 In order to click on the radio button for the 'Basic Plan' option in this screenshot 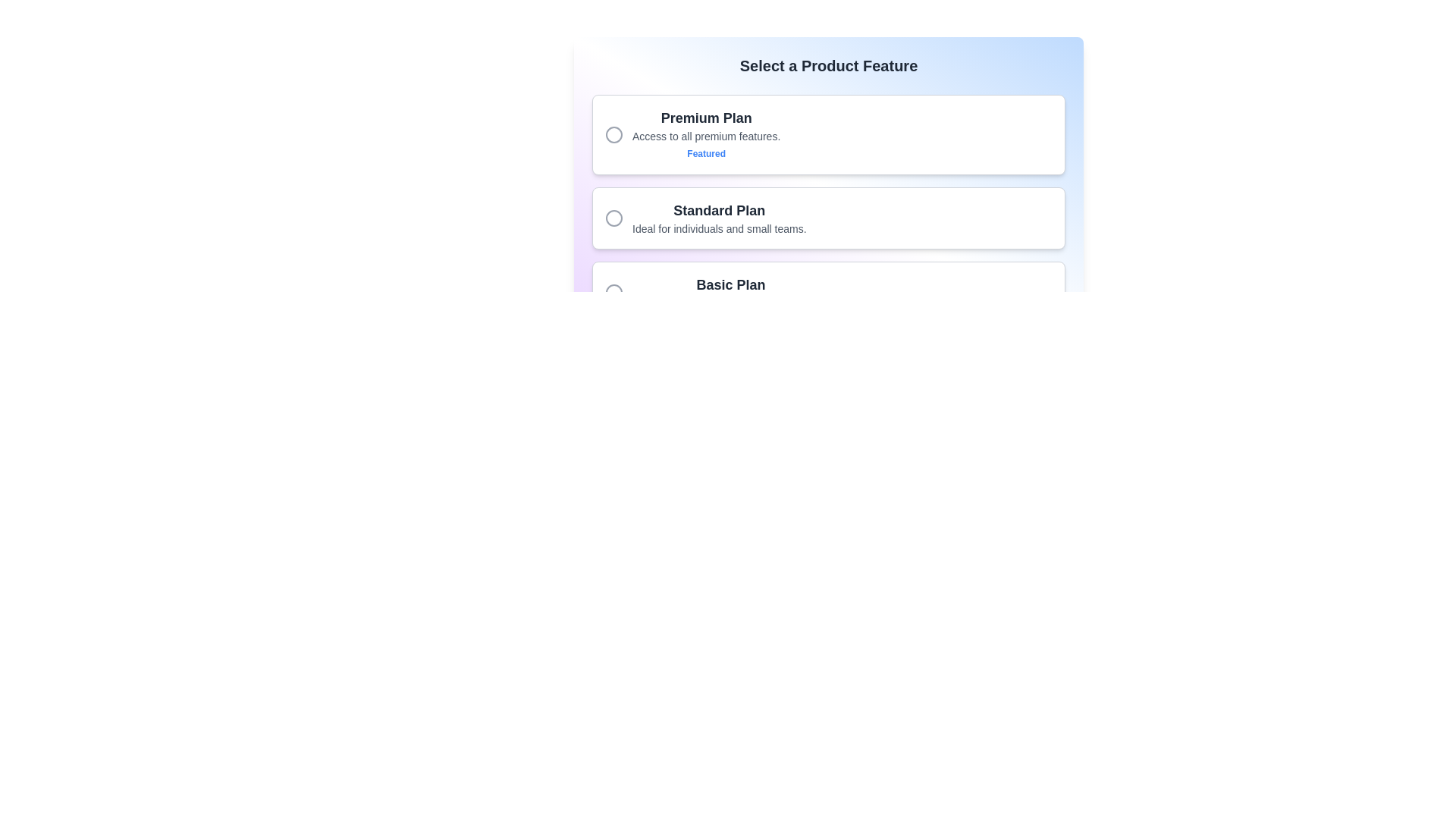, I will do `click(614, 292)`.